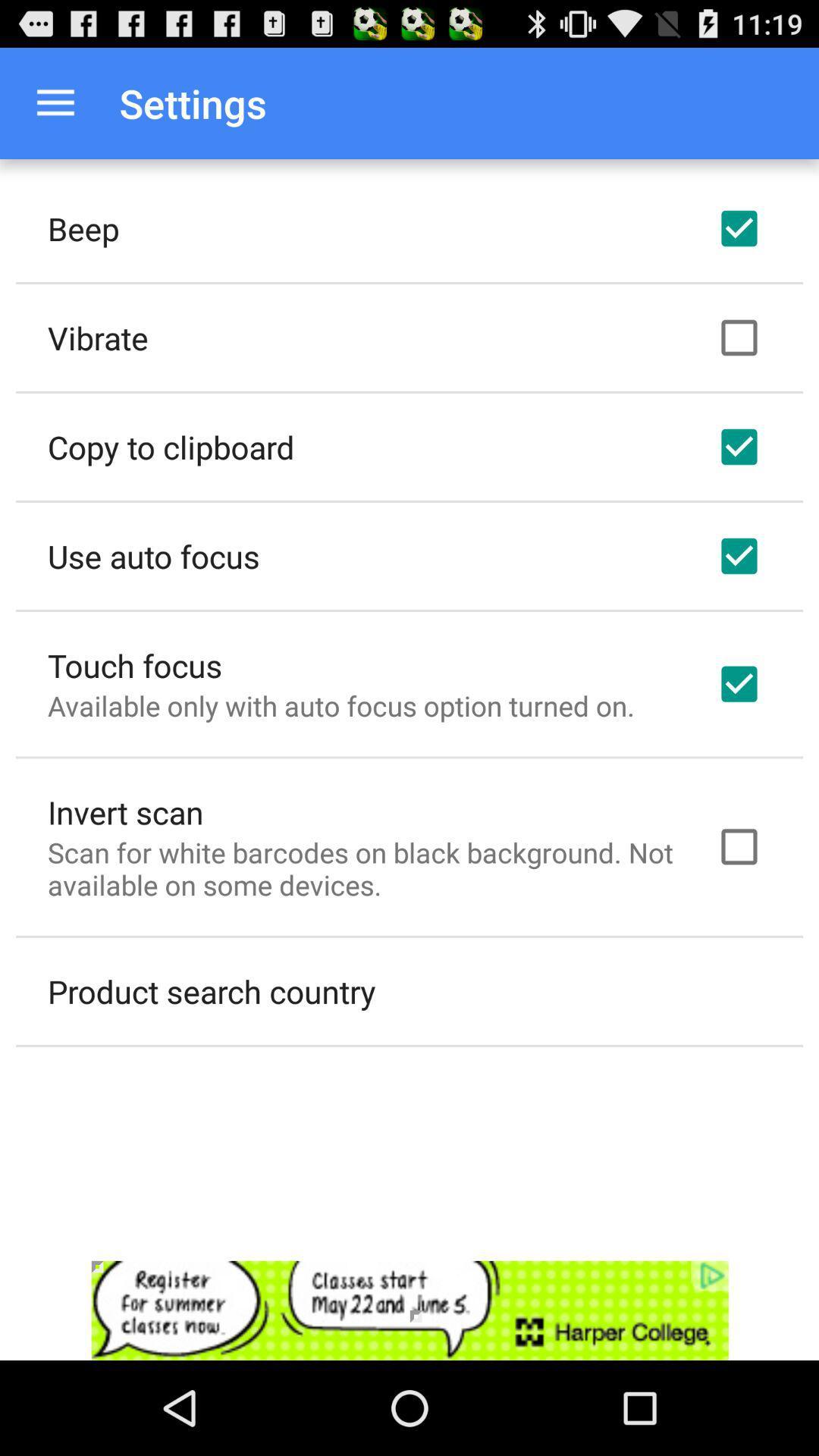 The image size is (819, 1456). Describe the element at coordinates (739, 683) in the screenshot. I see `the icon right to touch focus` at that location.